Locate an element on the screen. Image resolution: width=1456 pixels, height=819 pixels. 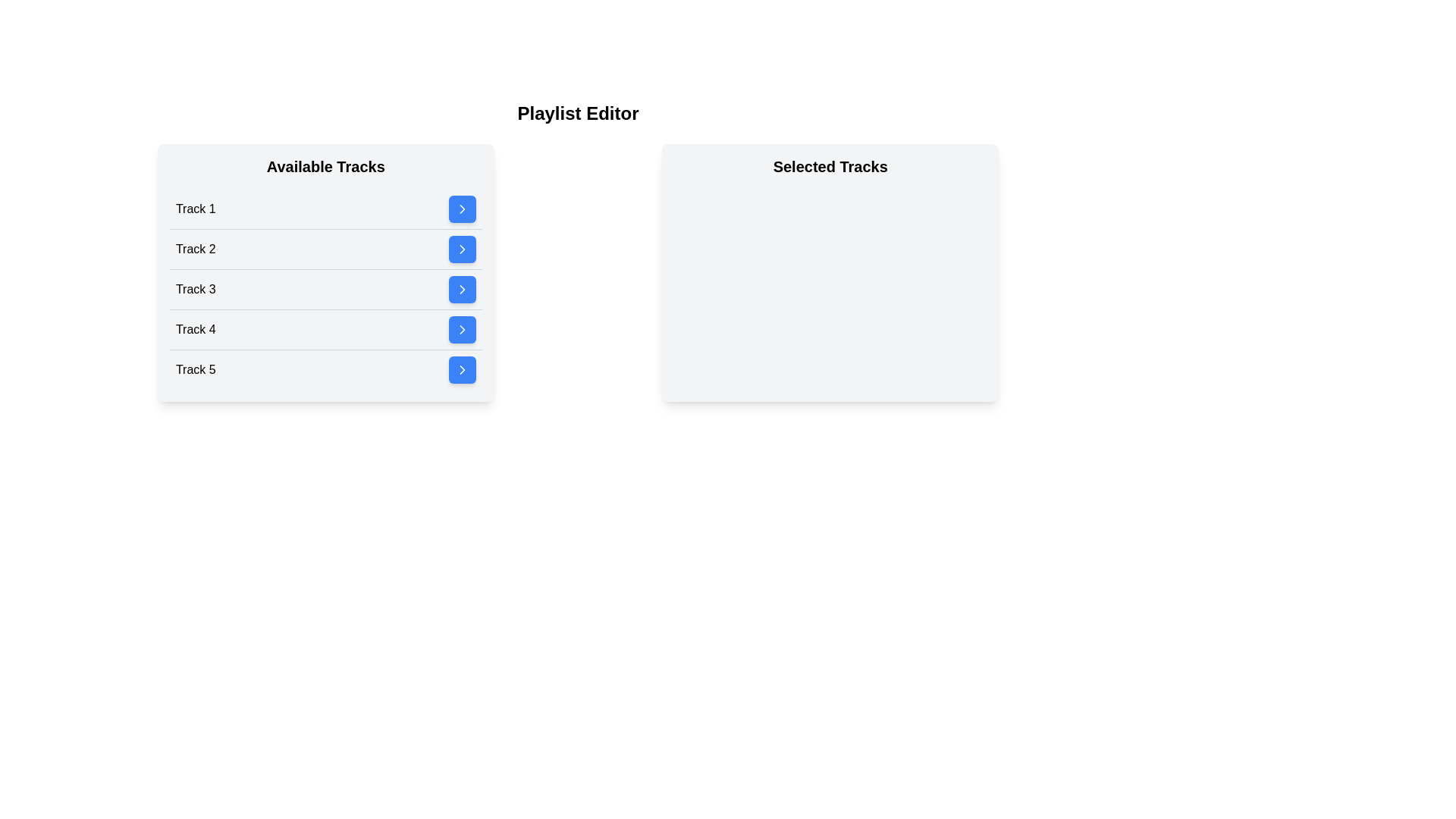
blue button next to Track 2 in the 'Available Tracks' list to move it to 'Selected Tracks' is located at coordinates (461, 248).